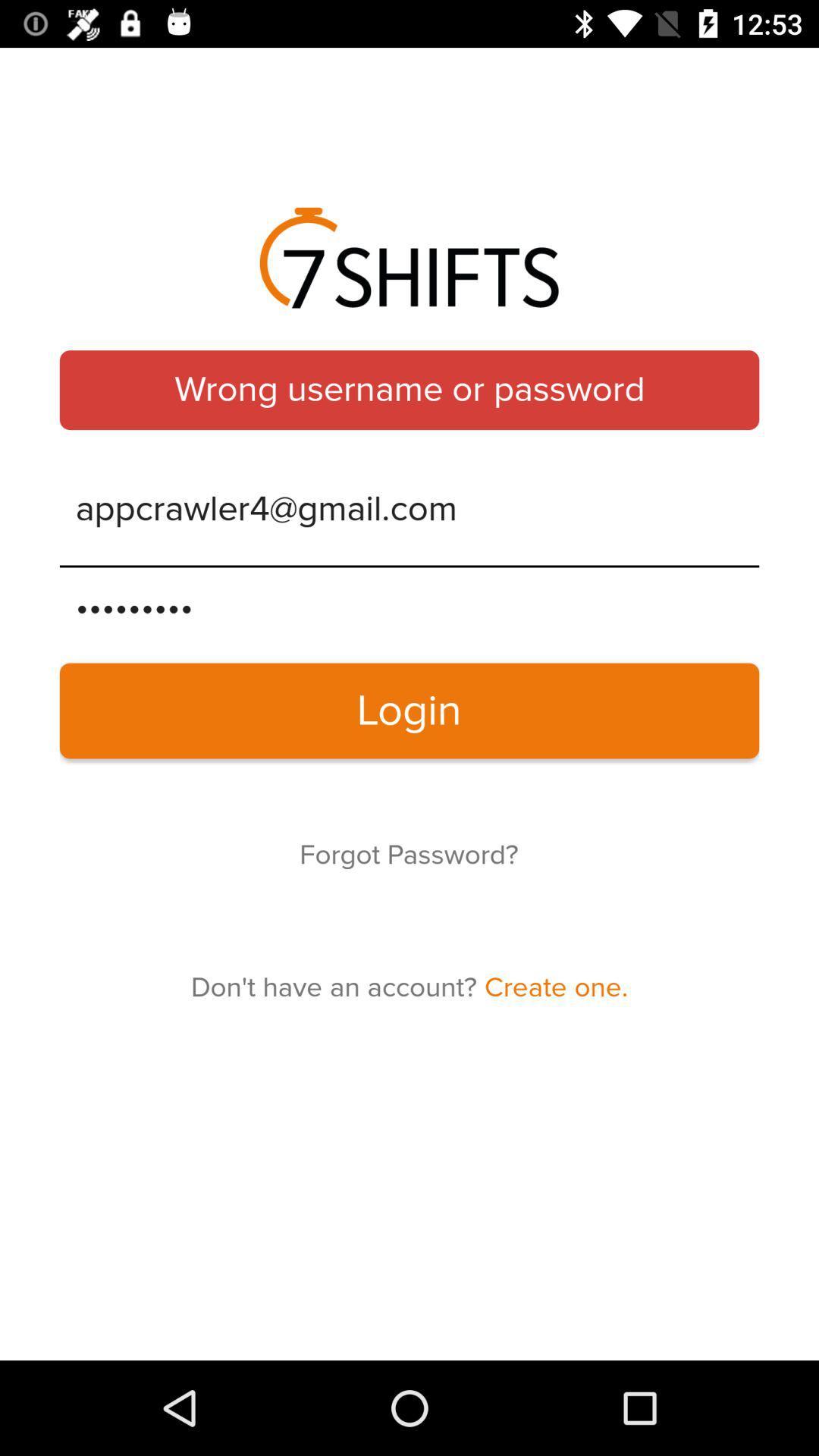 Image resolution: width=819 pixels, height=1456 pixels. Describe the element at coordinates (408, 855) in the screenshot. I see `forgot password? item` at that location.